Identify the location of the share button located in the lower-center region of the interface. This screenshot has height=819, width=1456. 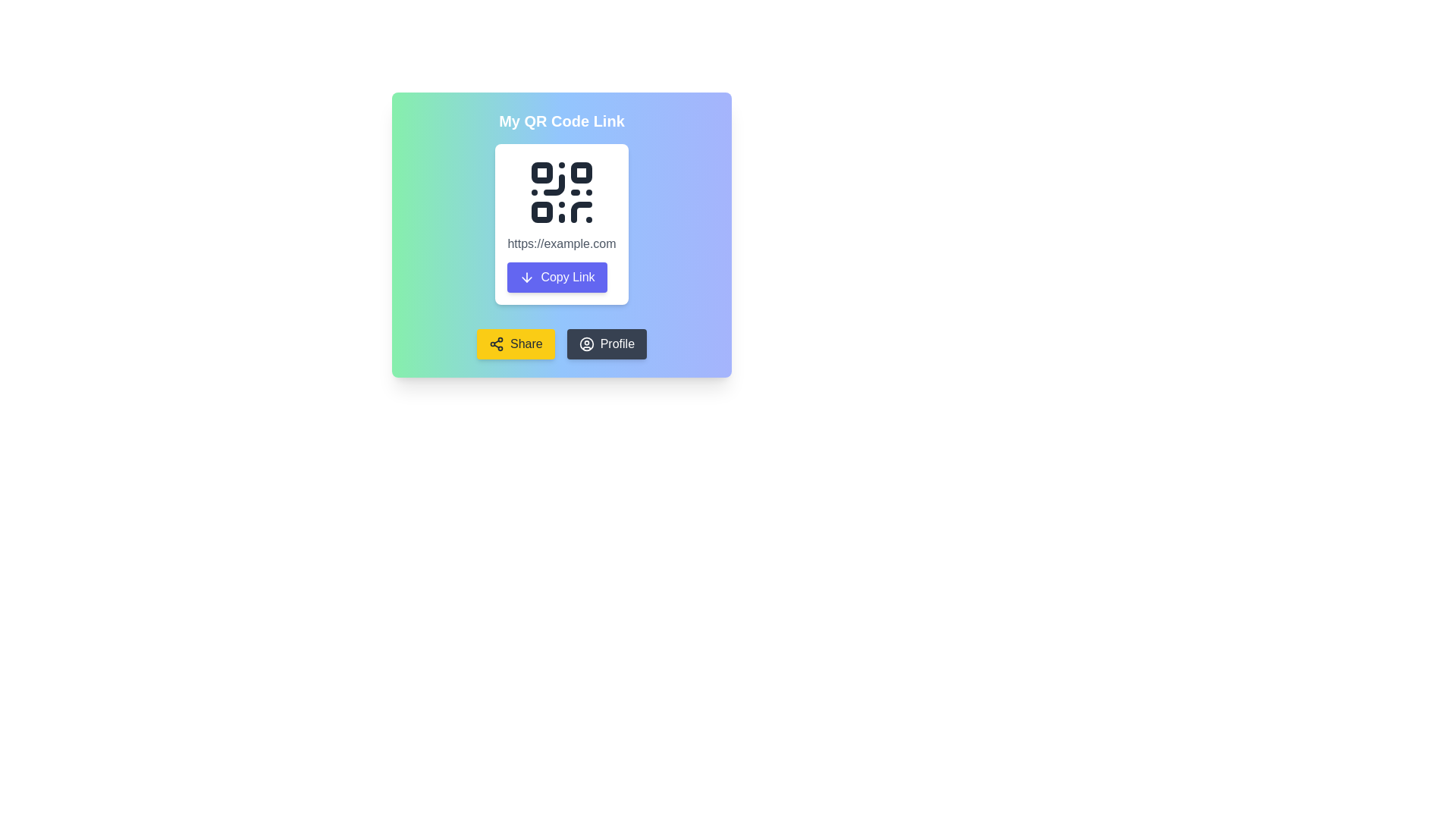
(516, 344).